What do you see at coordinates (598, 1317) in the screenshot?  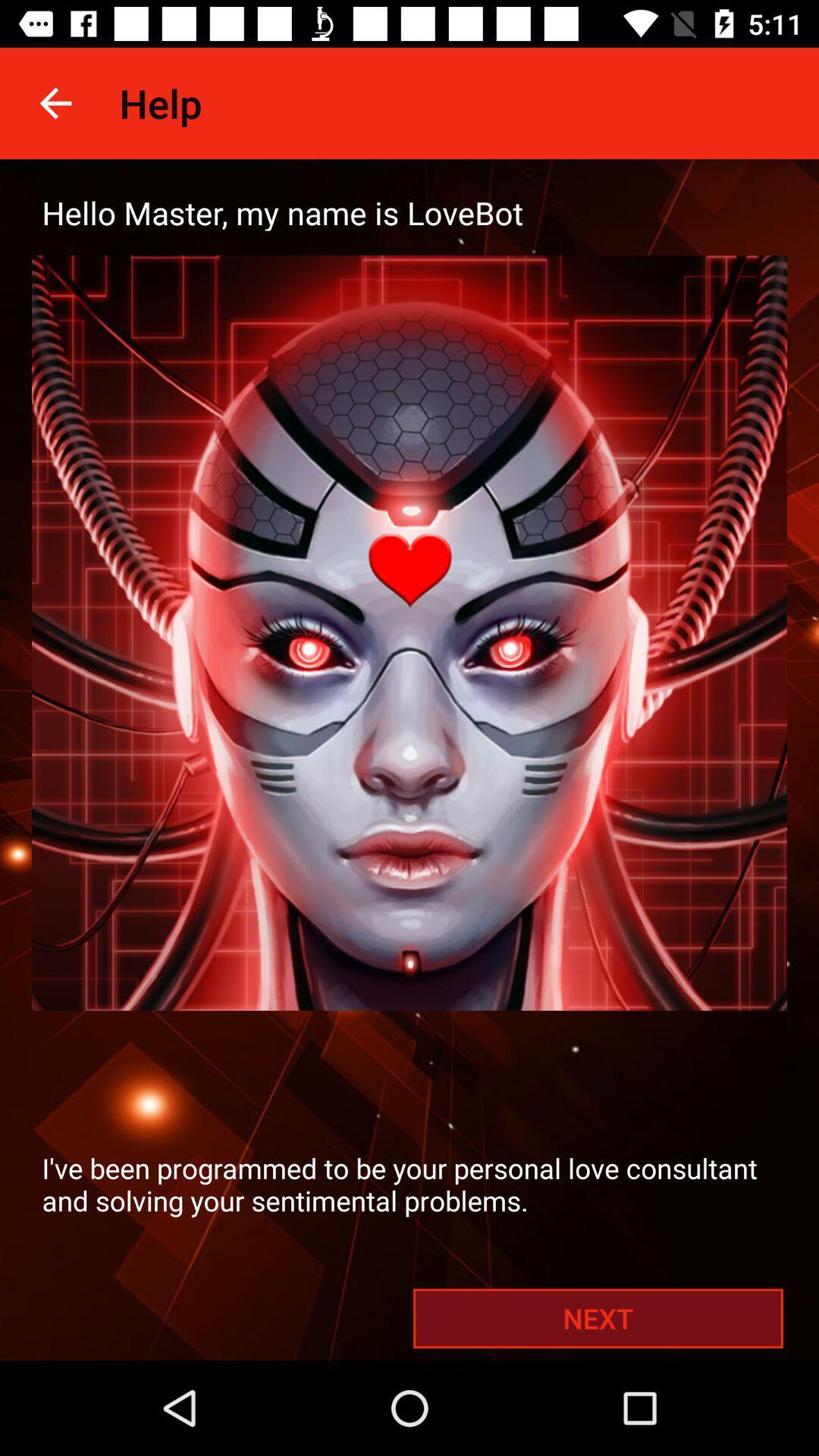 I see `next icon` at bounding box center [598, 1317].